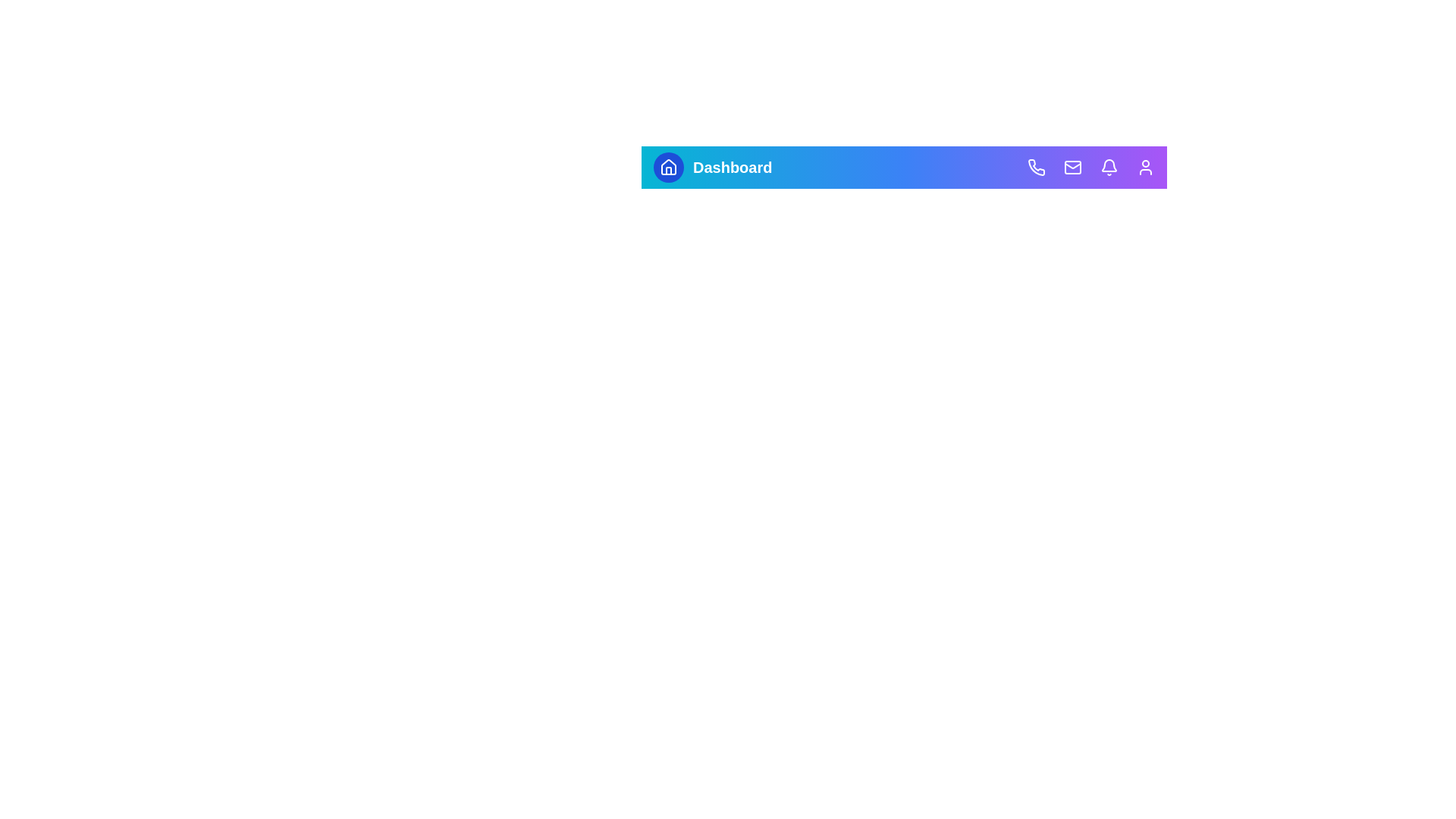  I want to click on the Phone icon to view its visual feedback, so click(1036, 167).